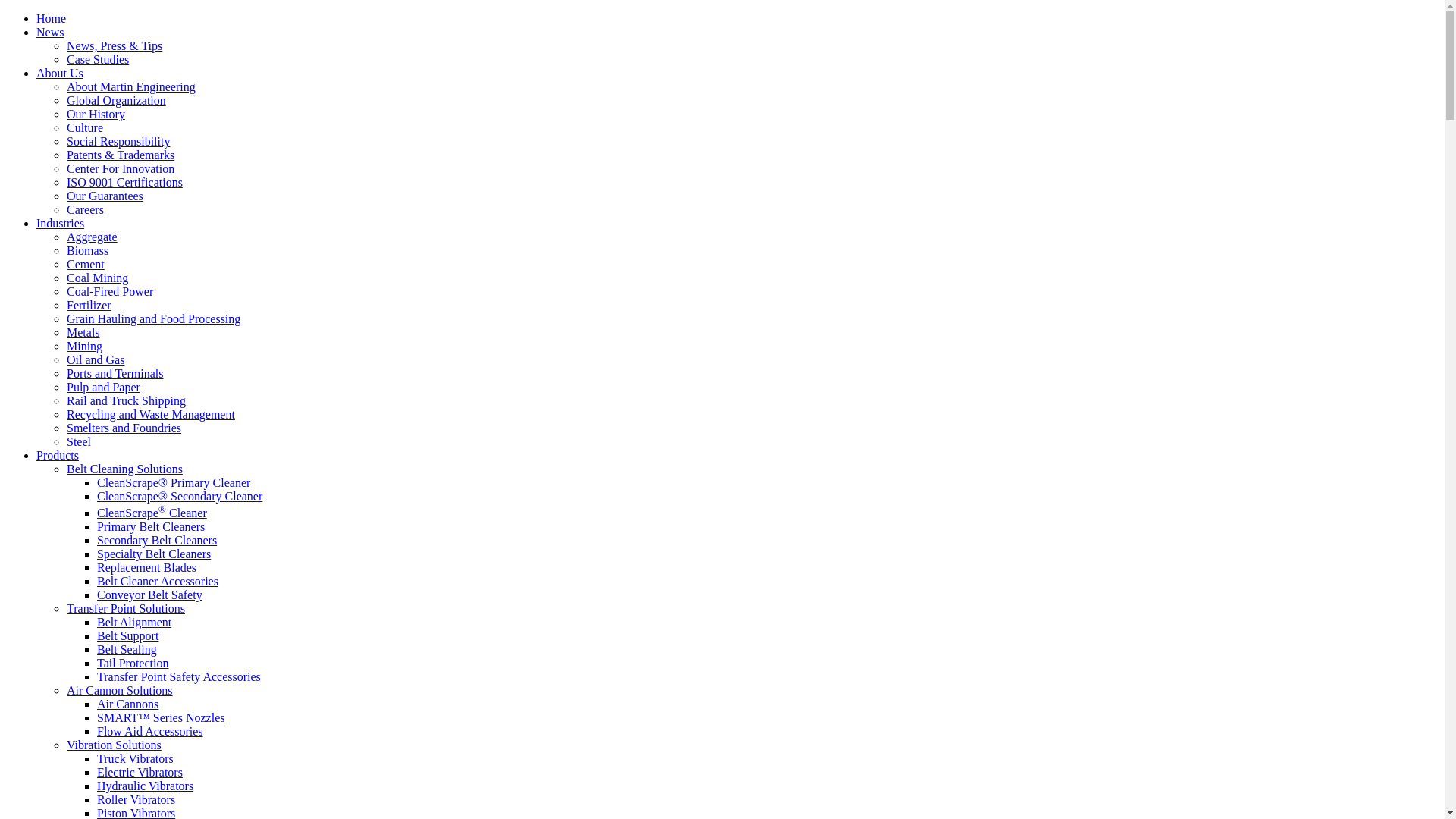 Image resolution: width=1456 pixels, height=819 pixels. What do you see at coordinates (65, 237) in the screenshot?
I see `'Aggregate'` at bounding box center [65, 237].